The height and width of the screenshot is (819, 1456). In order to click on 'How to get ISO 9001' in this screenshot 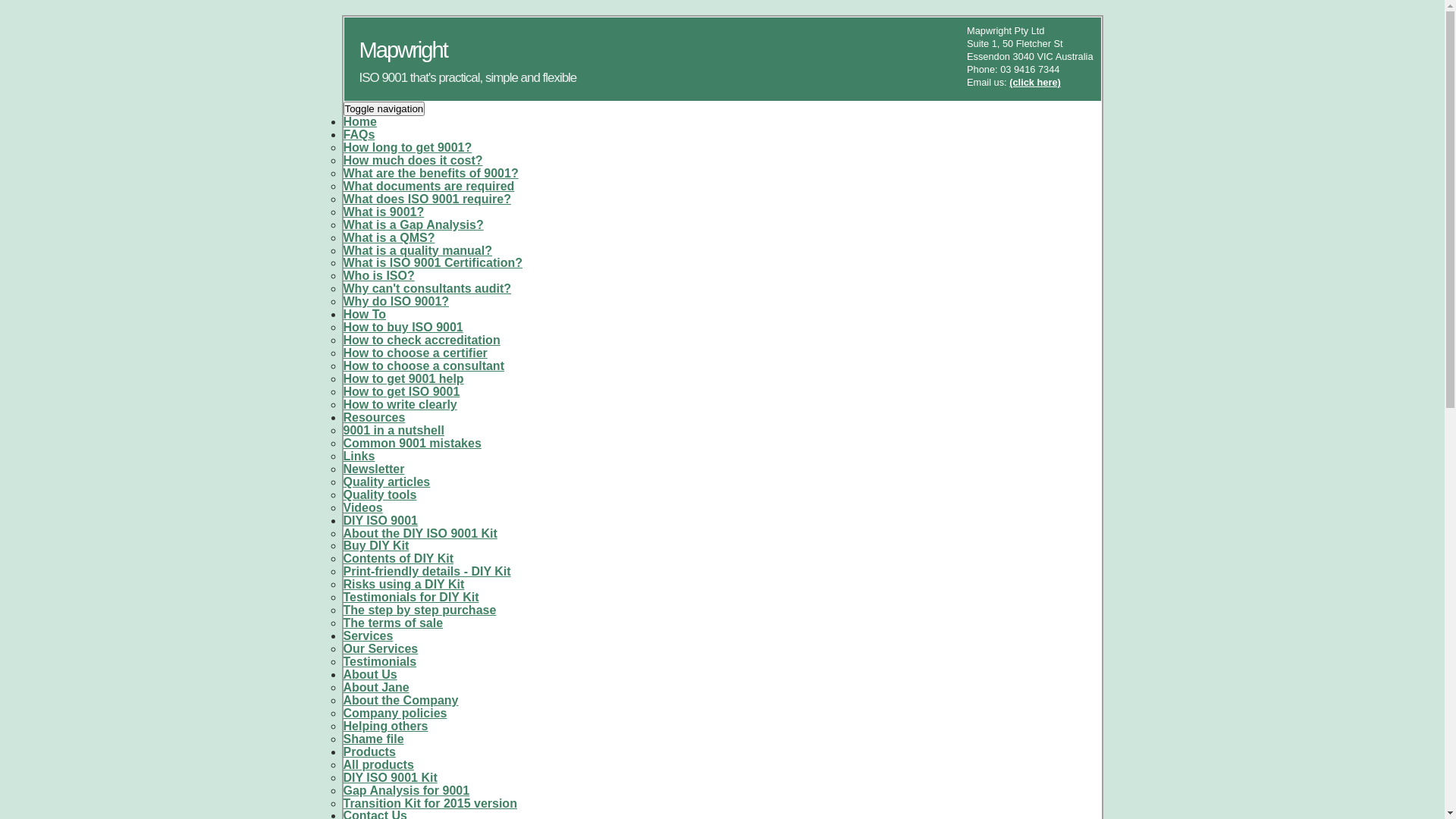, I will do `click(341, 391)`.